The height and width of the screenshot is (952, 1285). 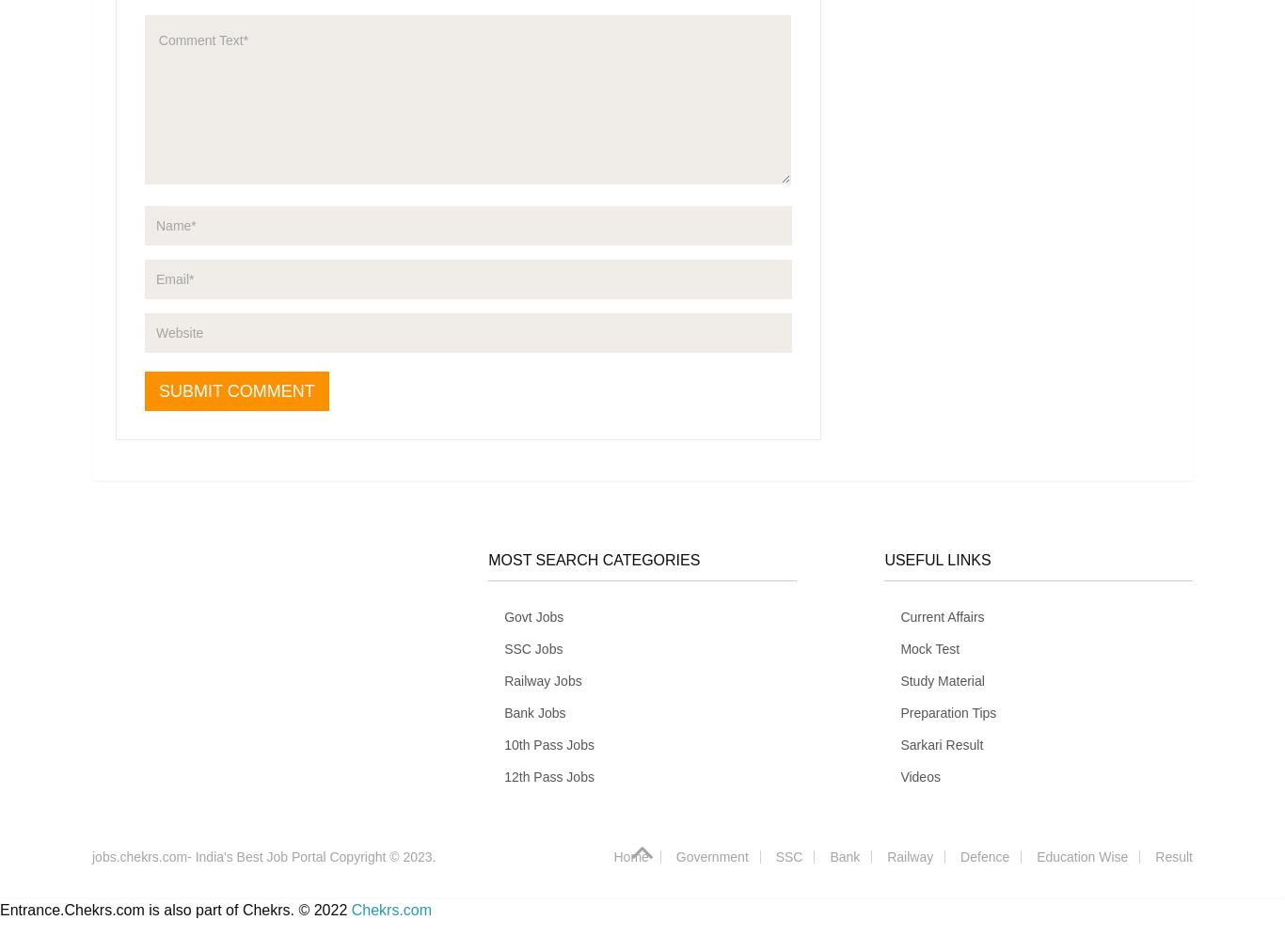 What do you see at coordinates (942, 615) in the screenshot?
I see `'Current Affairs'` at bounding box center [942, 615].